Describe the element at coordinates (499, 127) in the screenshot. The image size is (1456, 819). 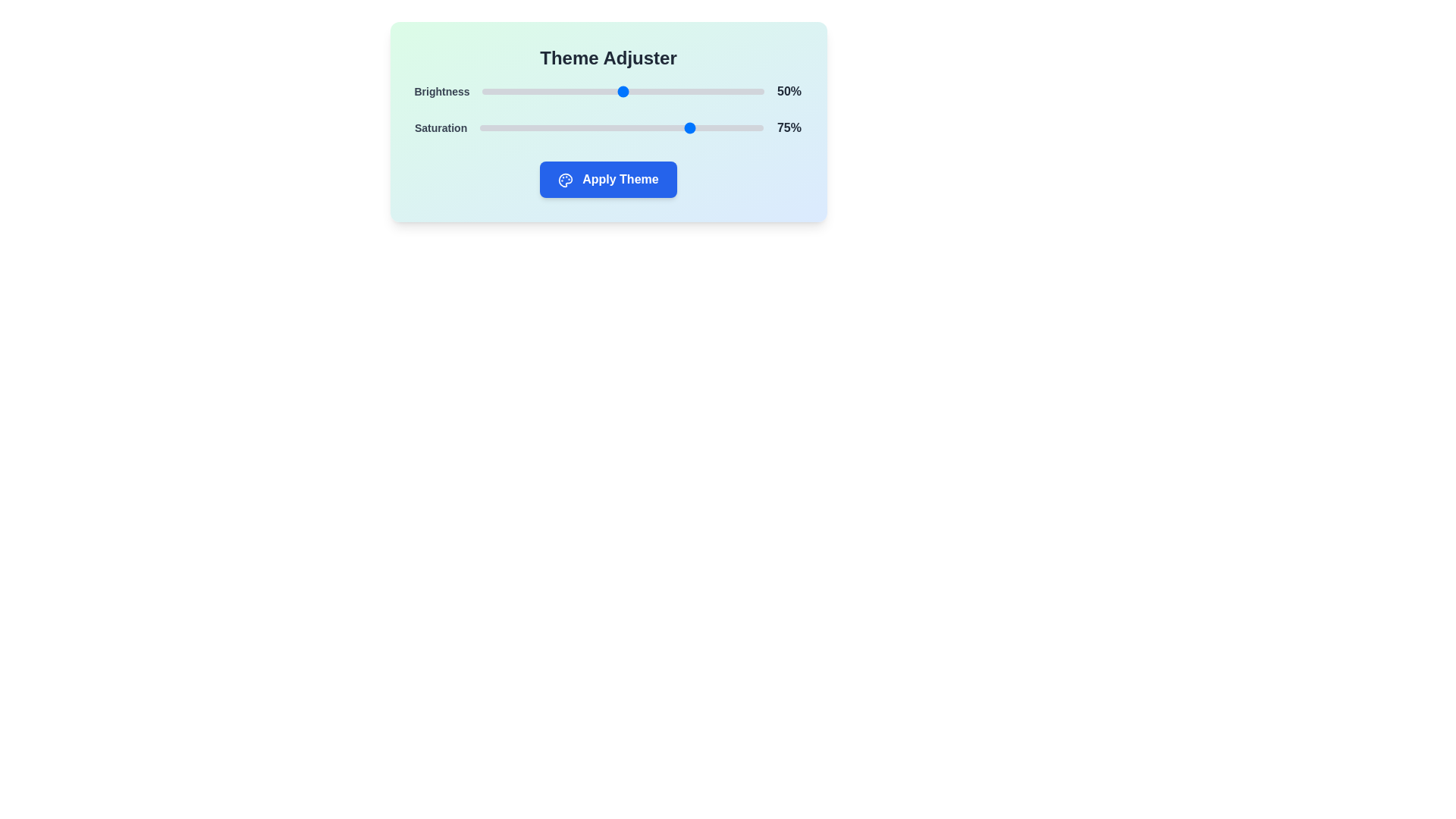
I see `the saturation slider to 7%` at that location.